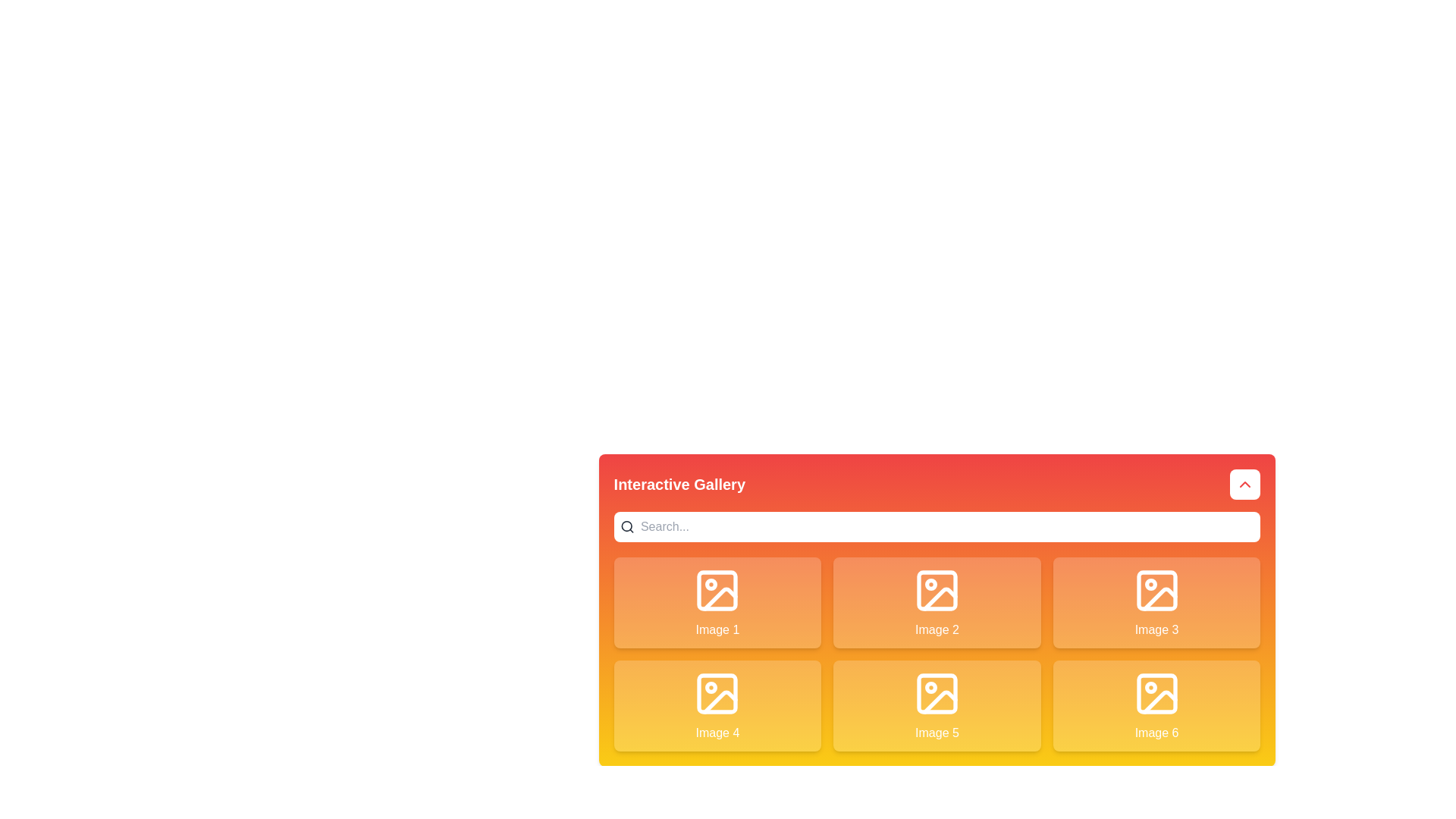 The width and height of the screenshot is (1456, 819). Describe the element at coordinates (717, 601) in the screenshot. I see `the first card component in the grid layout, which features a gradient background from orange to yellow and contains an image icon with the label 'Image 1' beneath it` at that location.